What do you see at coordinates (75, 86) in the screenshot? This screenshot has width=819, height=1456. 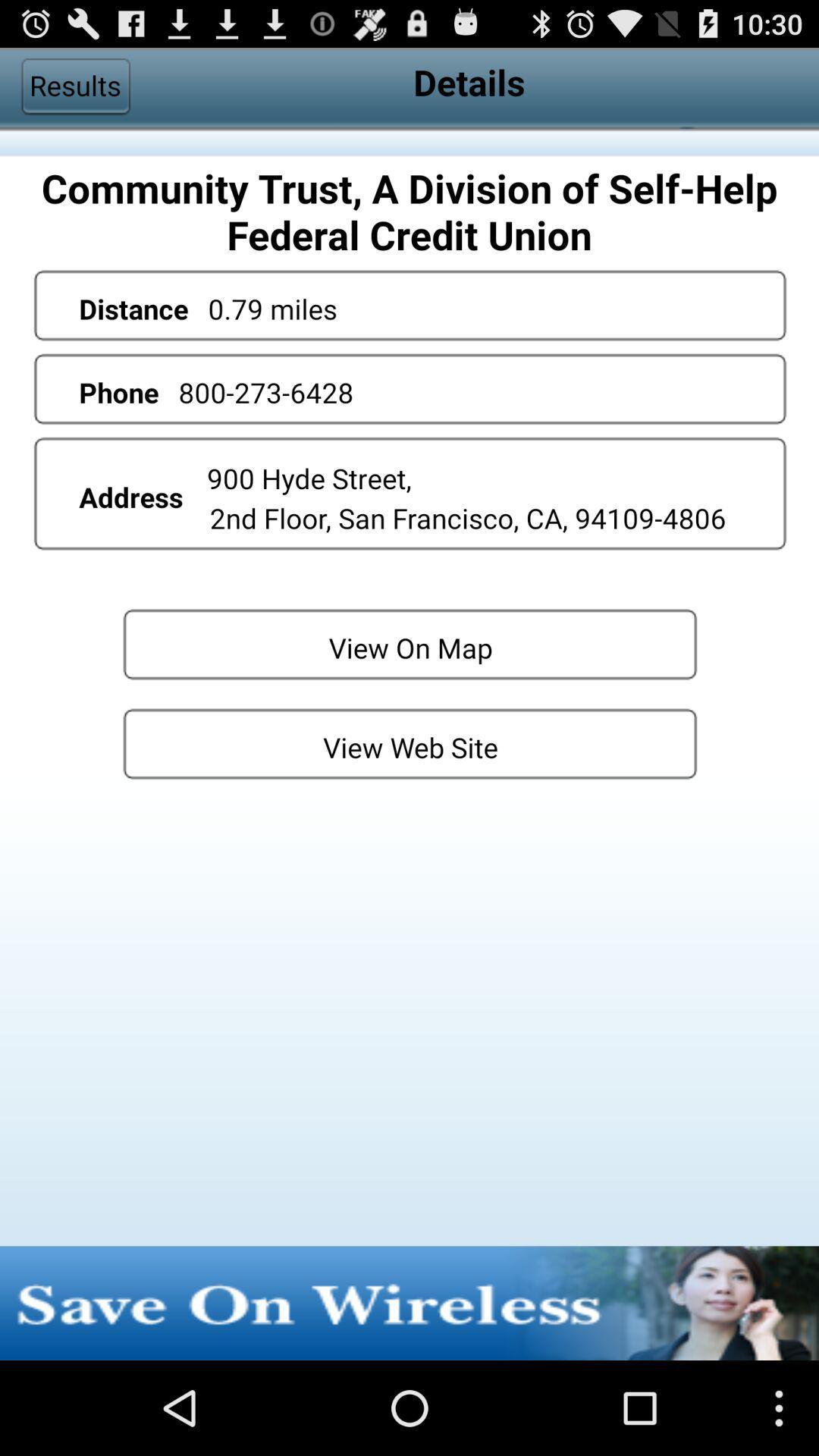 I see `app next to details item` at bounding box center [75, 86].